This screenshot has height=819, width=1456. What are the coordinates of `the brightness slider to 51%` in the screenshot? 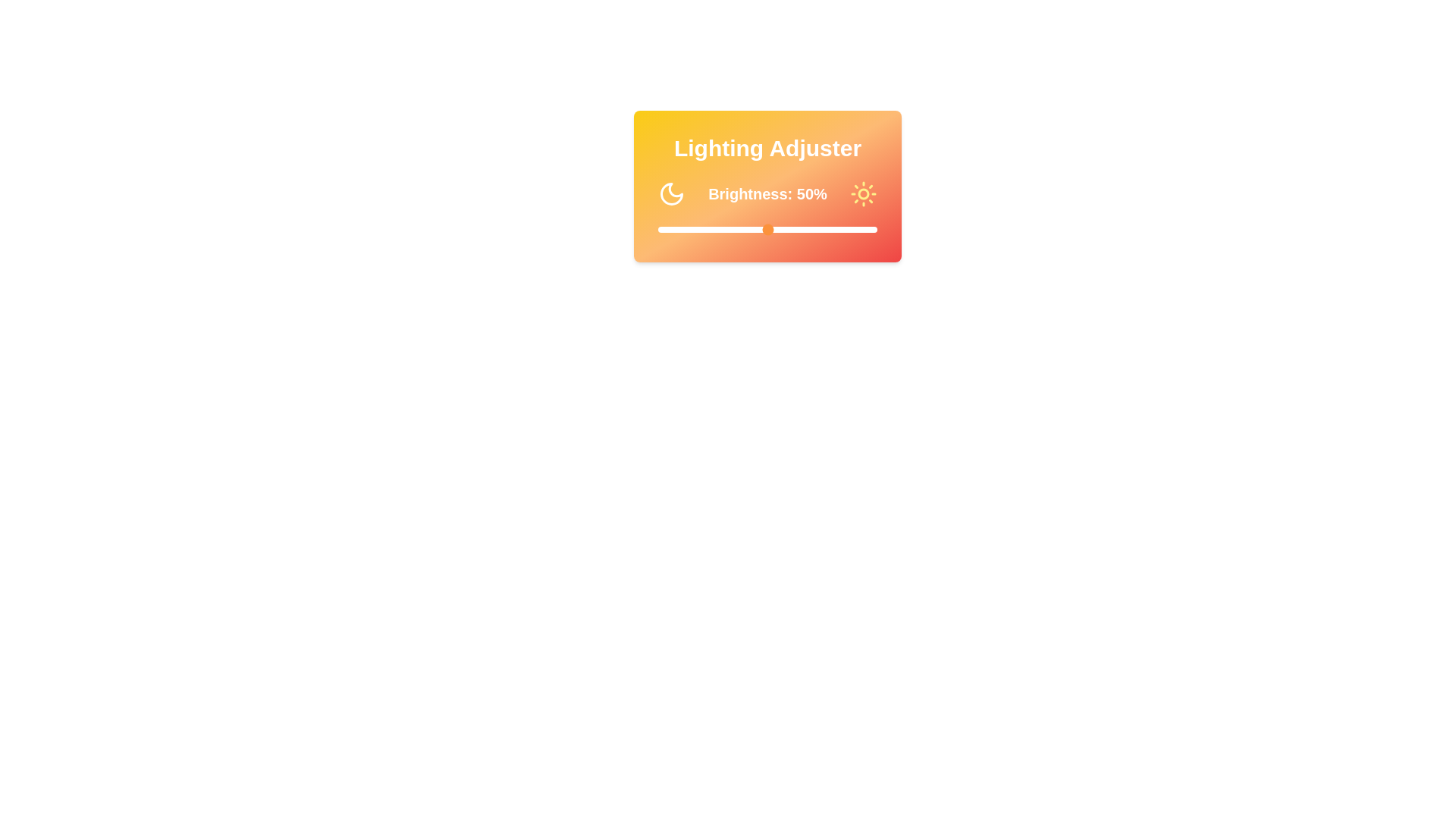 It's located at (770, 230).